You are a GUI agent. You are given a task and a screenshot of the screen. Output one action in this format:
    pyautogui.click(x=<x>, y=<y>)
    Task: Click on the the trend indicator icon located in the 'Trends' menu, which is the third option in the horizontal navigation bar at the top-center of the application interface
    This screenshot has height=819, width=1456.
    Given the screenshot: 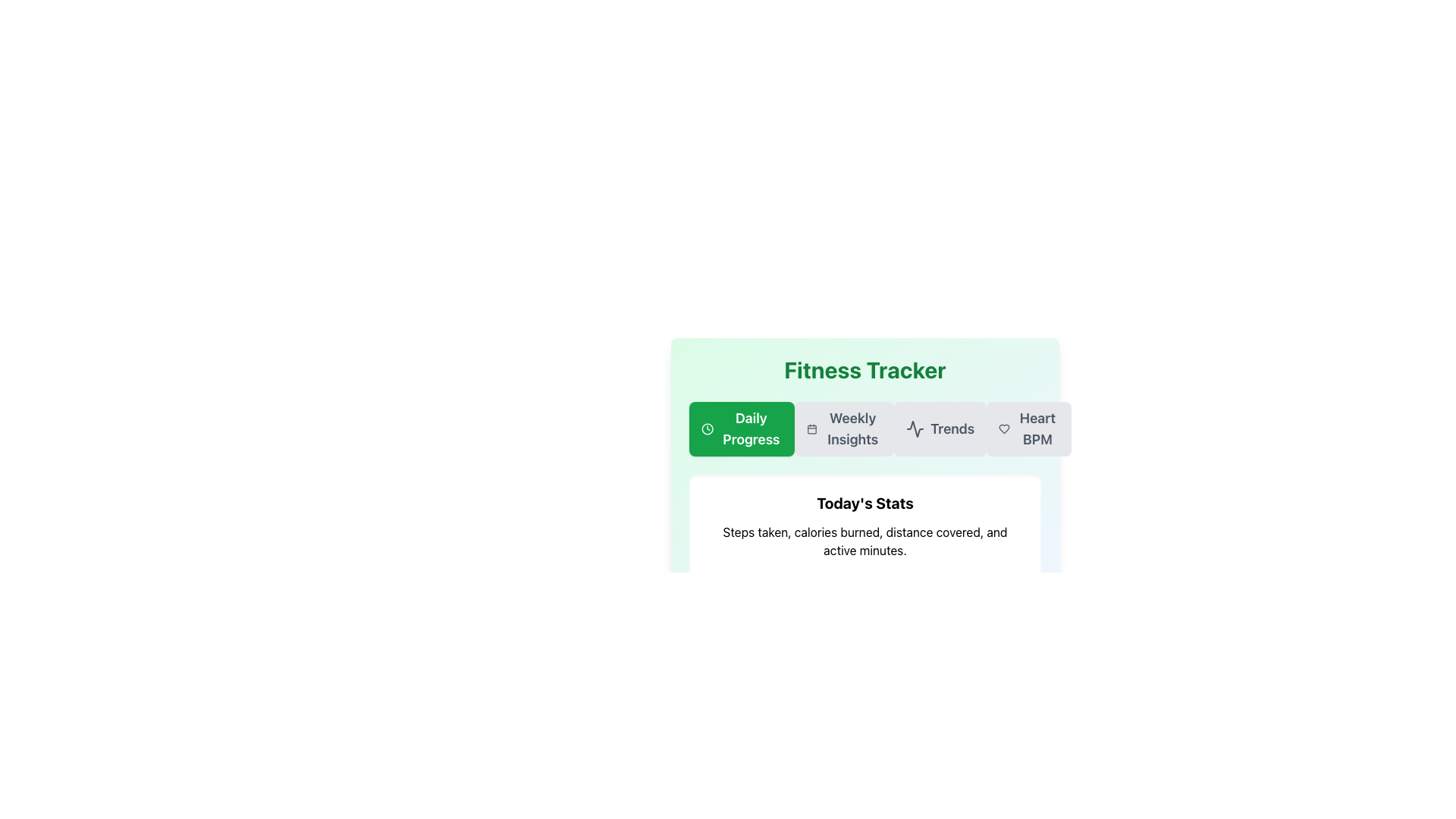 What is the action you would take?
    pyautogui.click(x=915, y=429)
    